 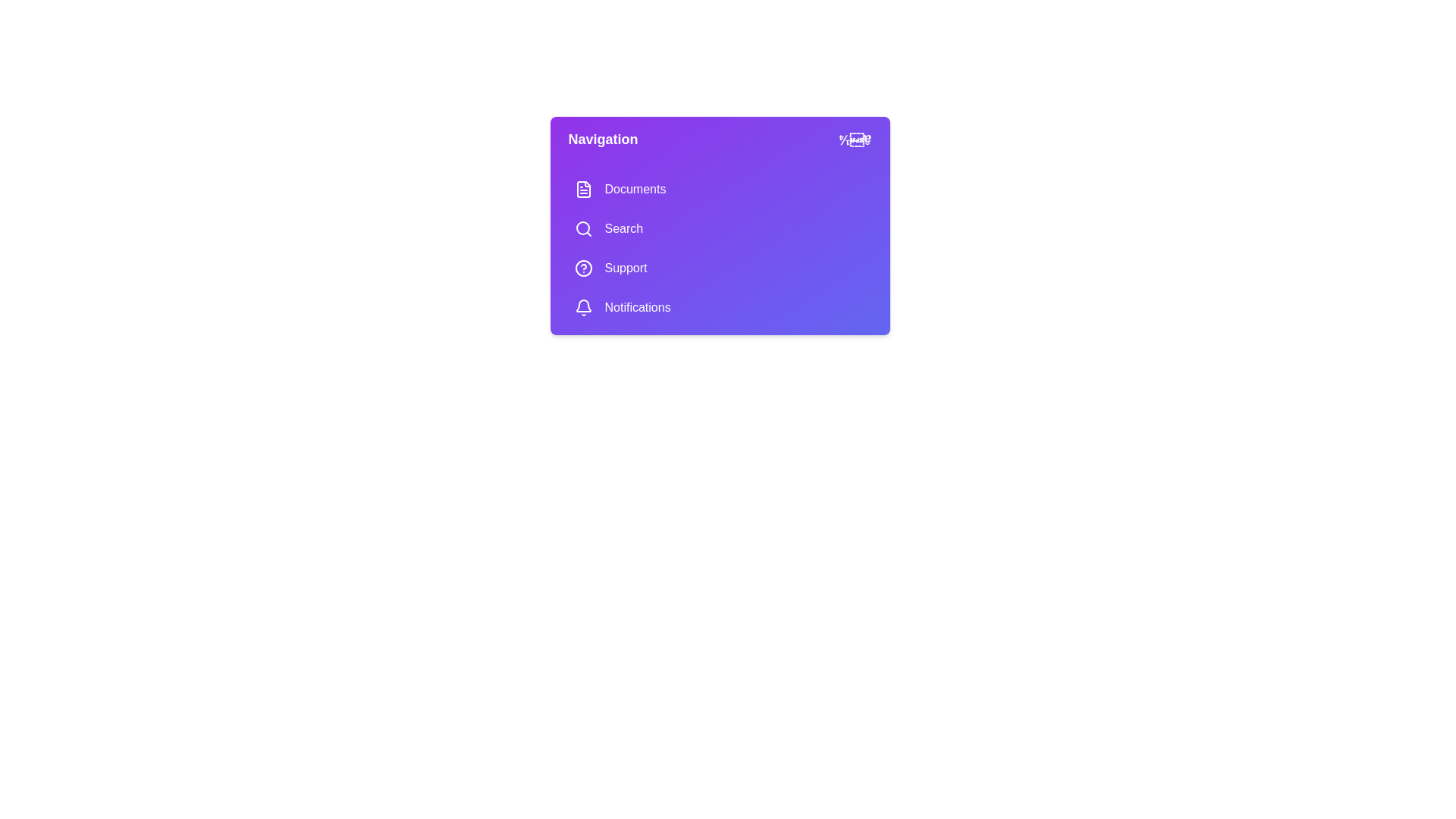 What do you see at coordinates (719, 307) in the screenshot?
I see `the menu item Notifications to observe the visual feedback` at bounding box center [719, 307].